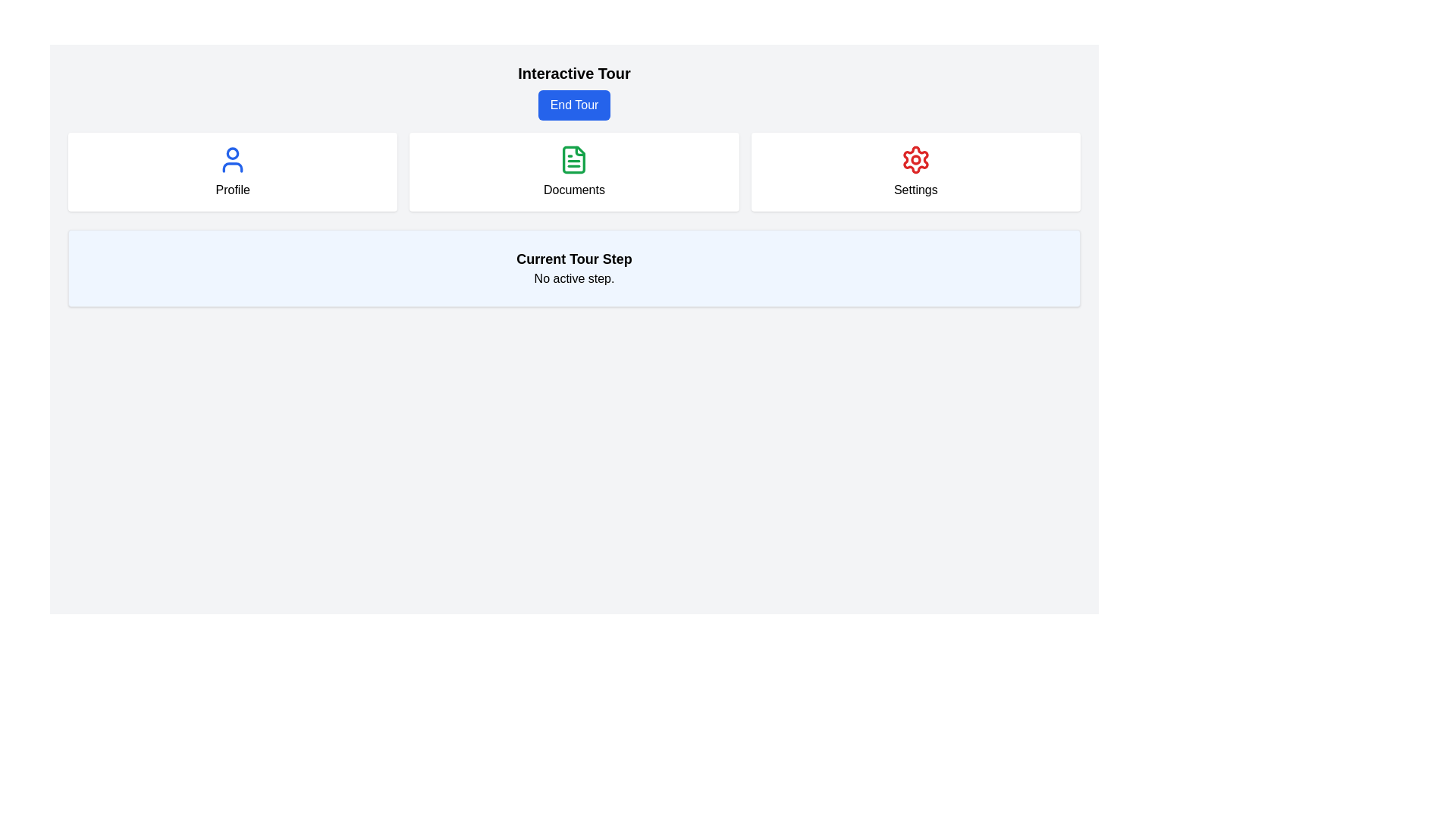 The height and width of the screenshot is (819, 1456). I want to click on the 'Documents' card/button, which features a green document icon and is located in the middle of the grid layout between 'Profile' and 'Settings', so click(573, 171).